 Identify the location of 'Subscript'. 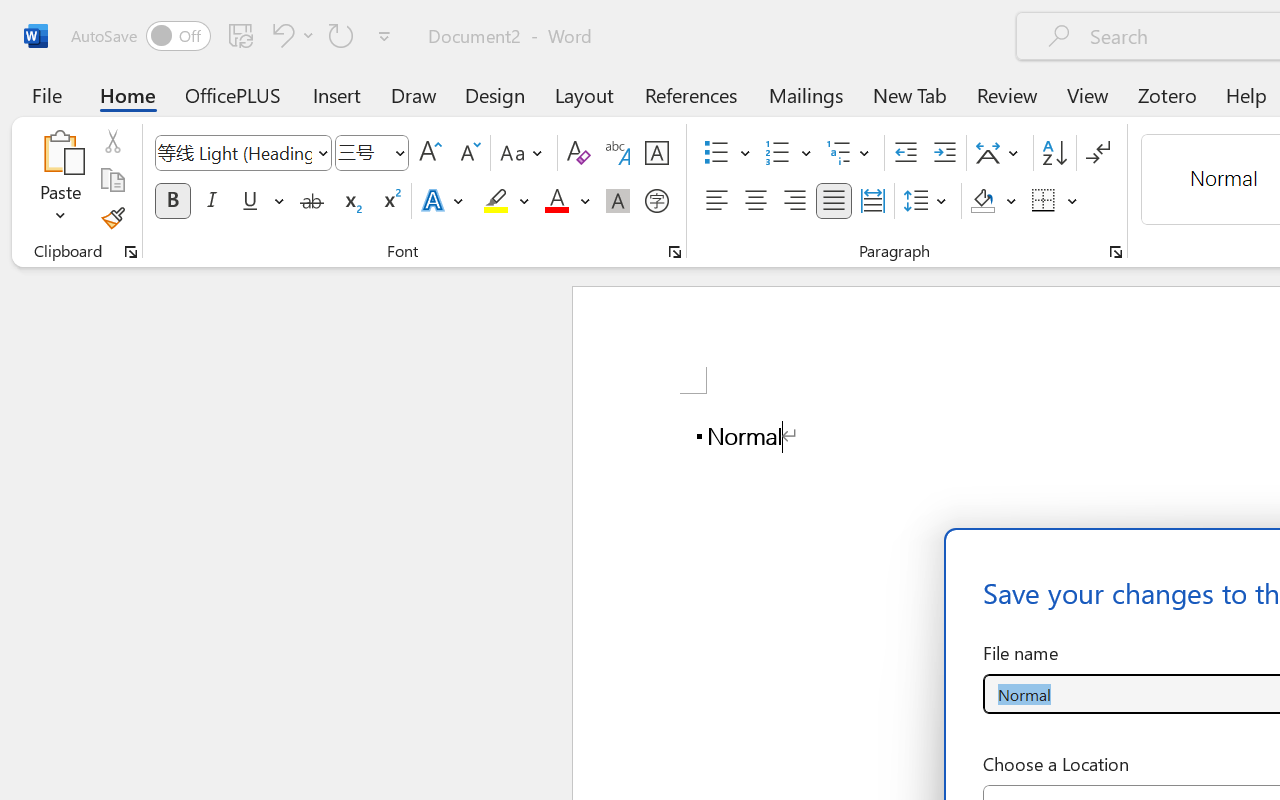
(350, 201).